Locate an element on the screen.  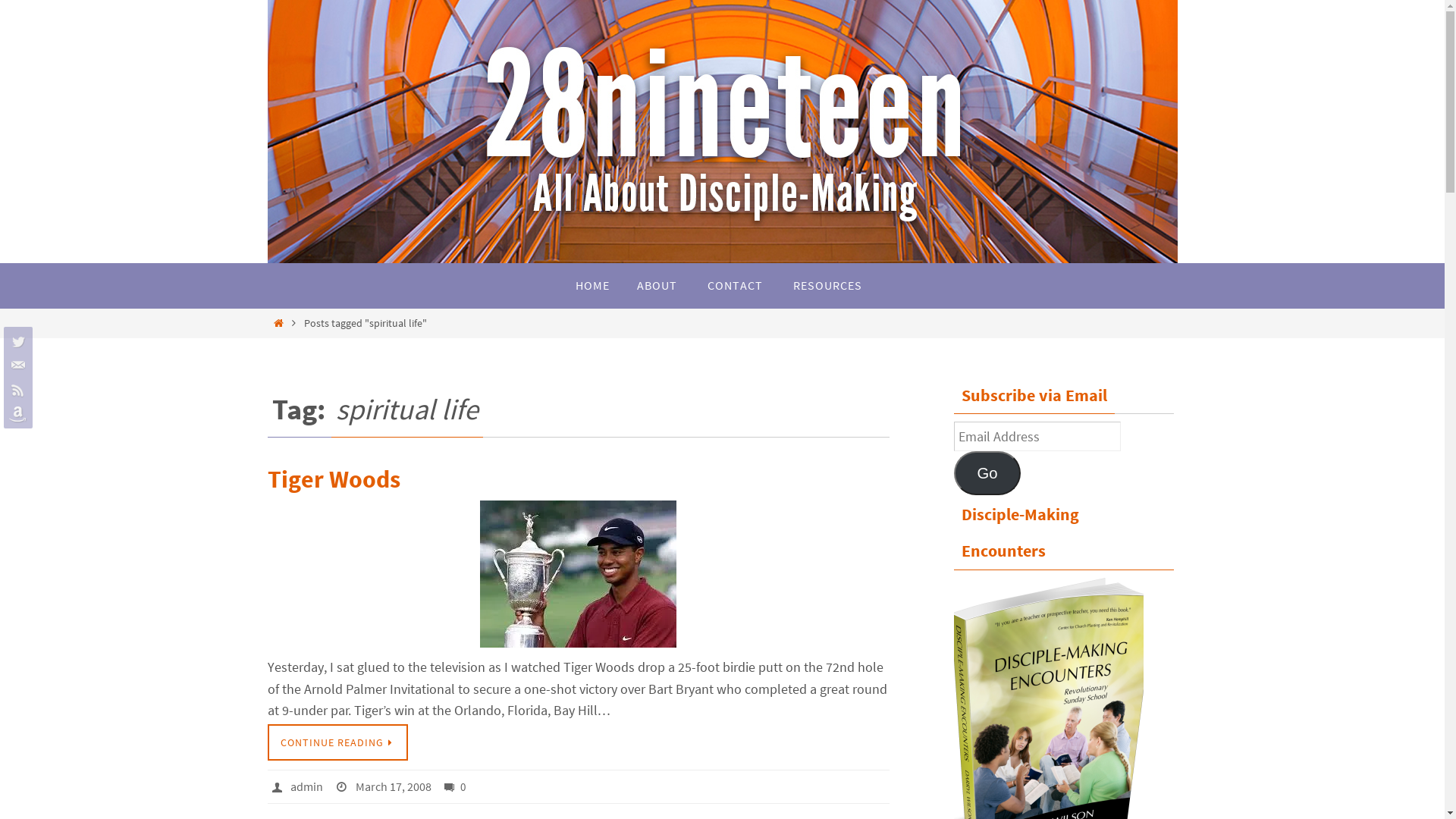
'Leave a comment' is located at coordinates (450, 786).